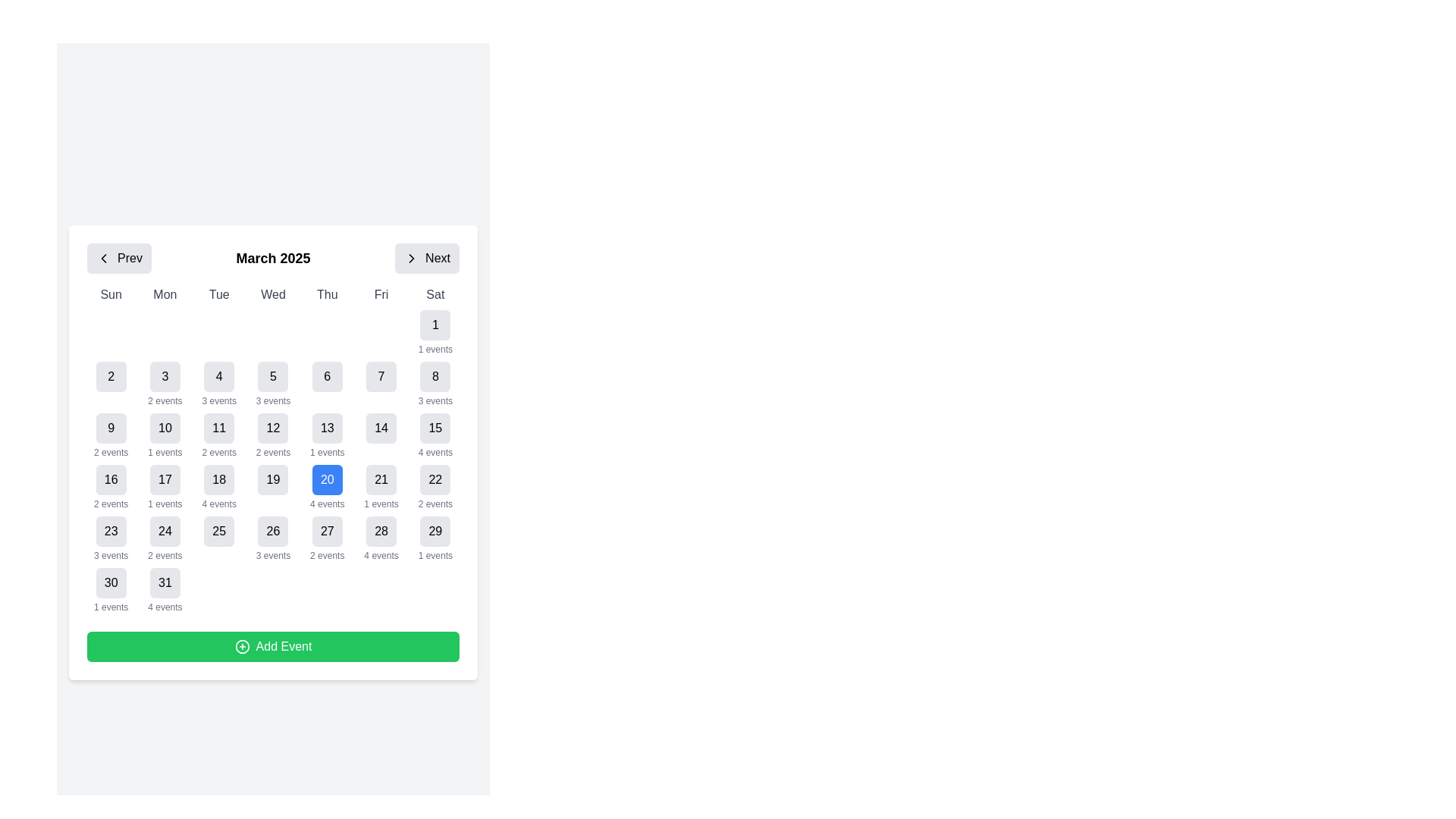 The width and height of the screenshot is (1456, 819). What do you see at coordinates (426, 257) in the screenshot?
I see `the forward navigation button located in the upper-right corner of the calendar interface` at bounding box center [426, 257].